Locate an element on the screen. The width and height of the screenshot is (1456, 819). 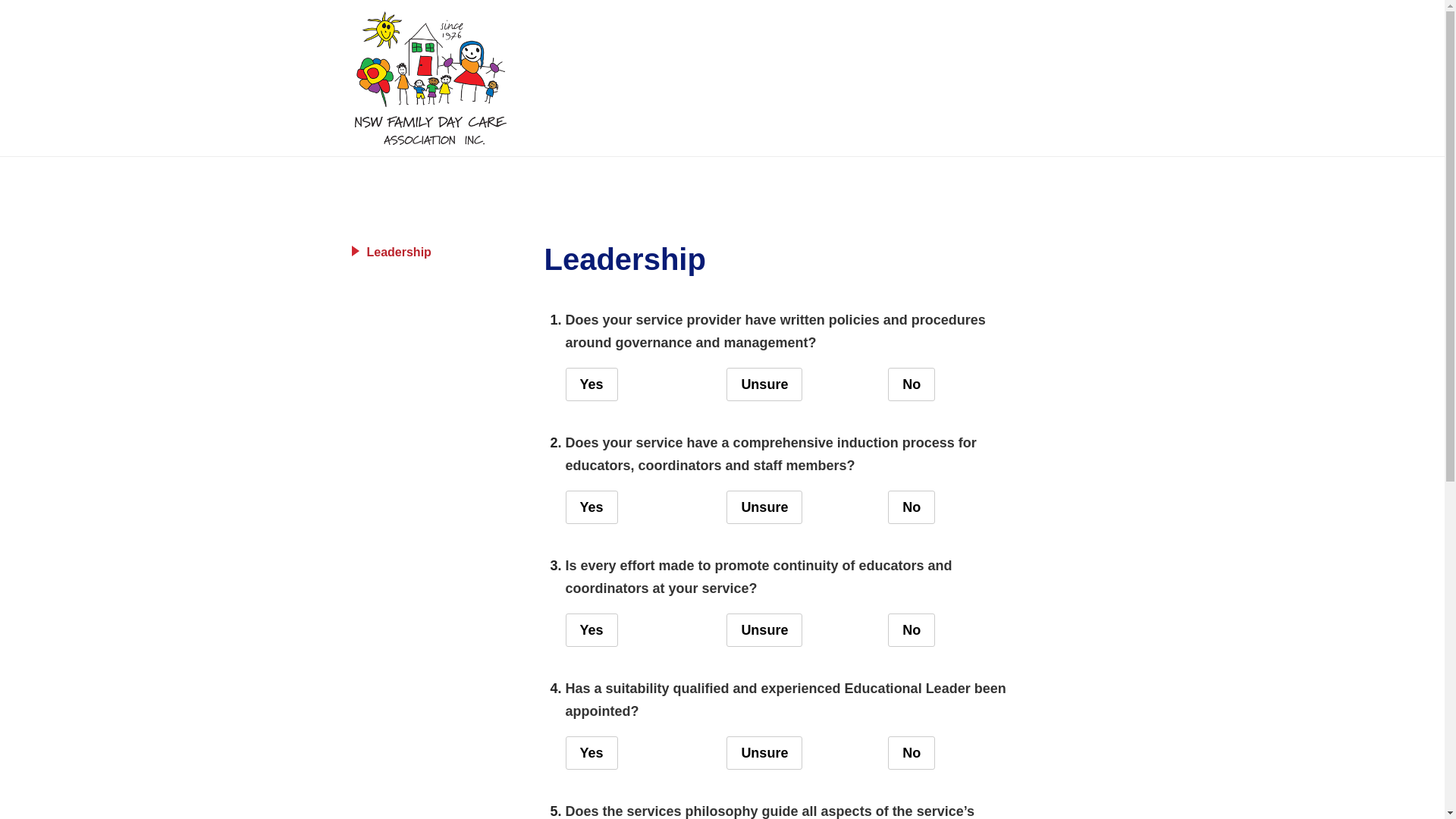
'Leadership' is located at coordinates (353, 251).